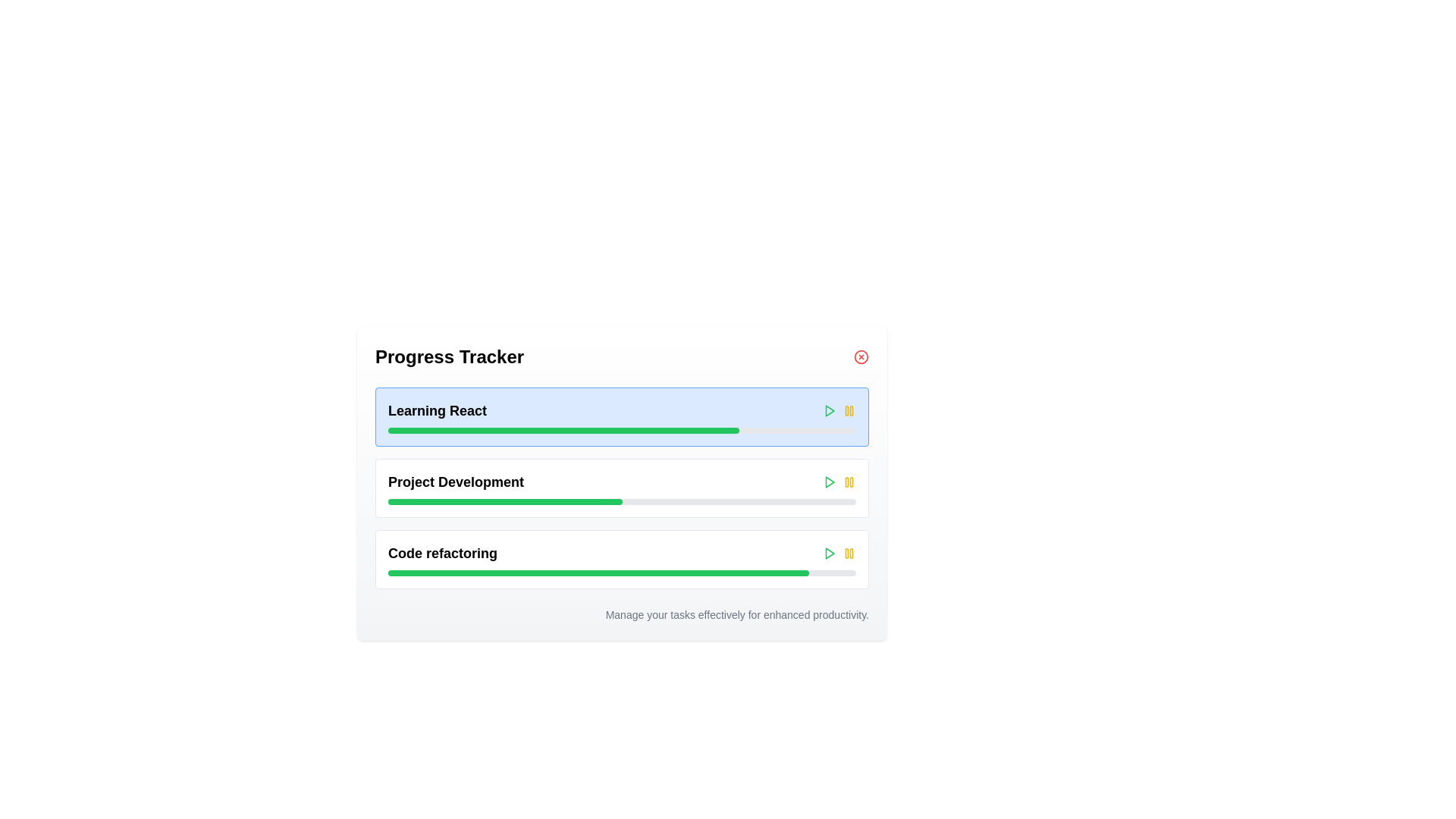 The height and width of the screenshot is (819, 1456). I want to click on the close button of the 'Progress Tracker' section, so click(861, 356).